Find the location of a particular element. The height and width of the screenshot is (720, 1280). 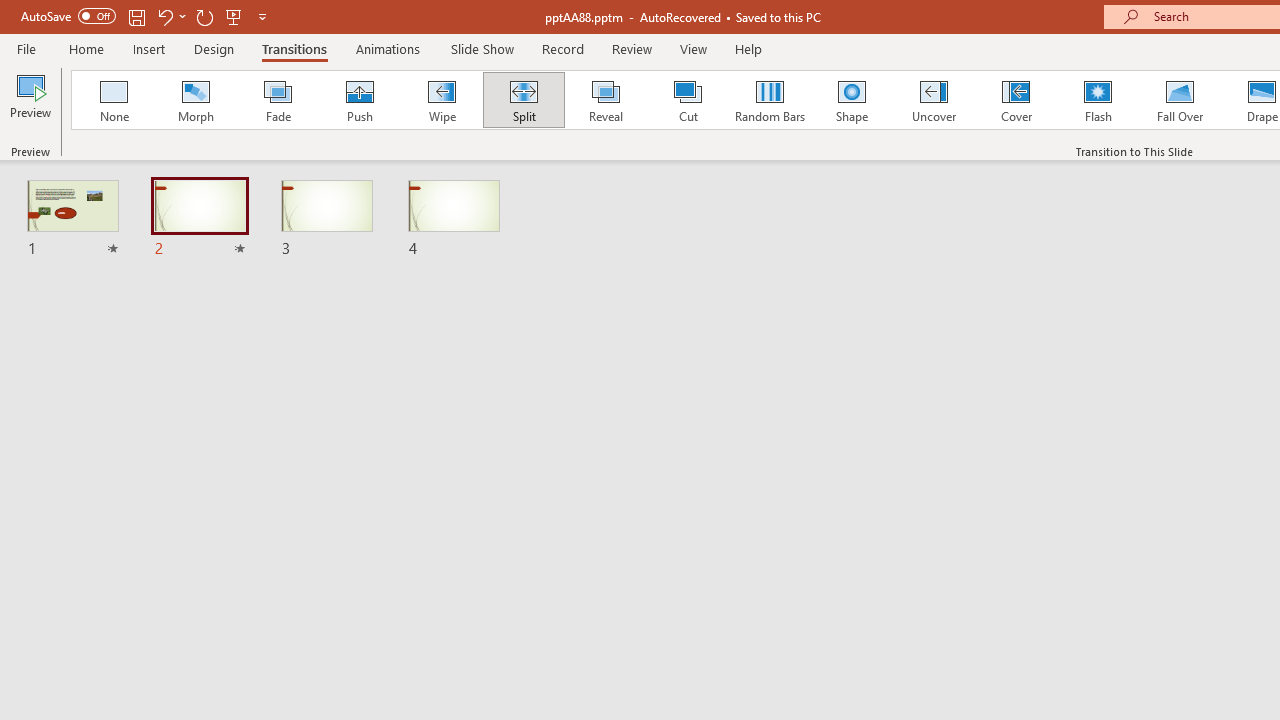

'Random Bars' is located at coordinates (769, 100).